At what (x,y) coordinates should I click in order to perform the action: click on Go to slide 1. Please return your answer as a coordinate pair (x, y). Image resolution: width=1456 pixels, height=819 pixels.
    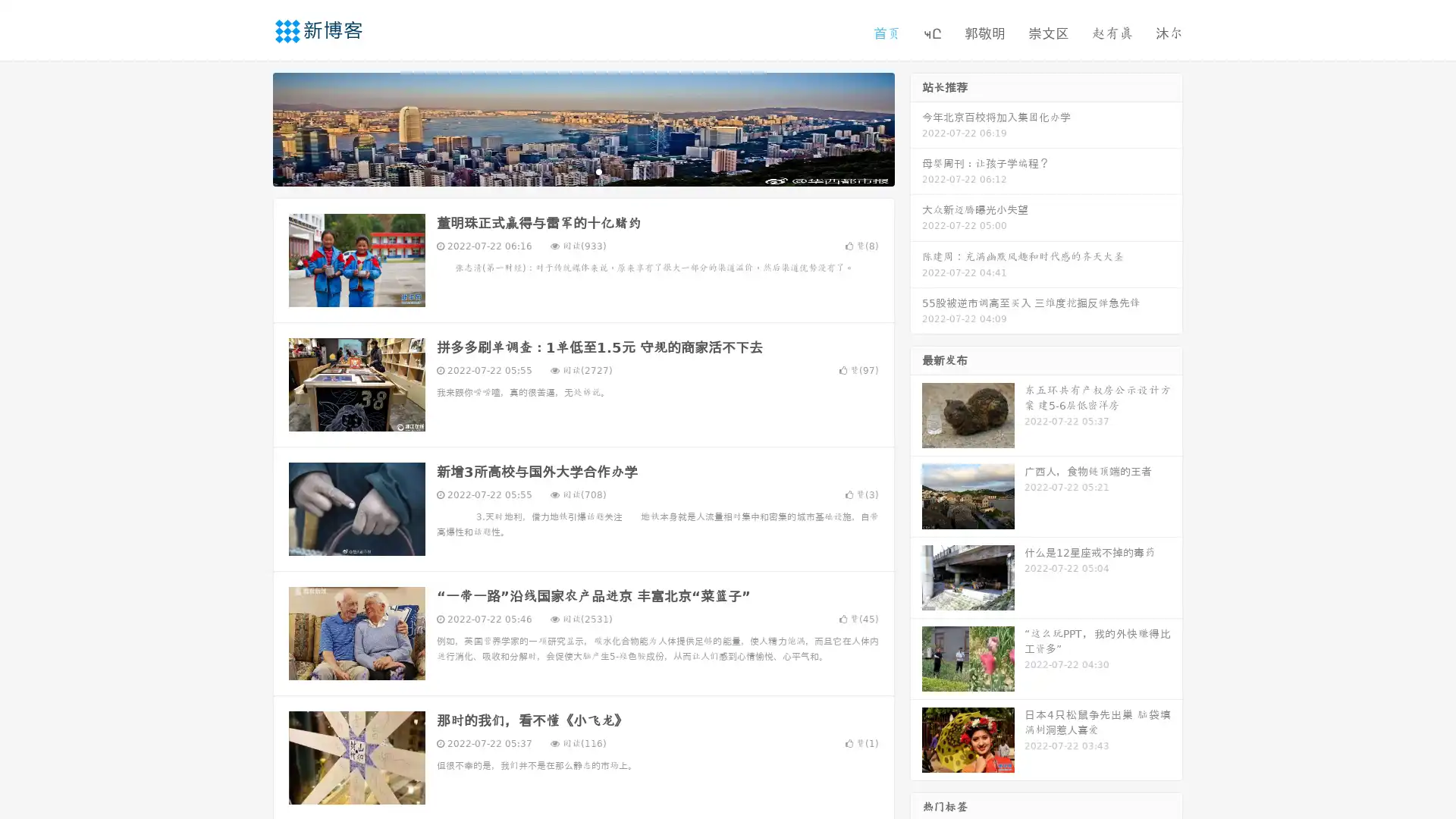
    Looking at the image, I should click on (567, 171).